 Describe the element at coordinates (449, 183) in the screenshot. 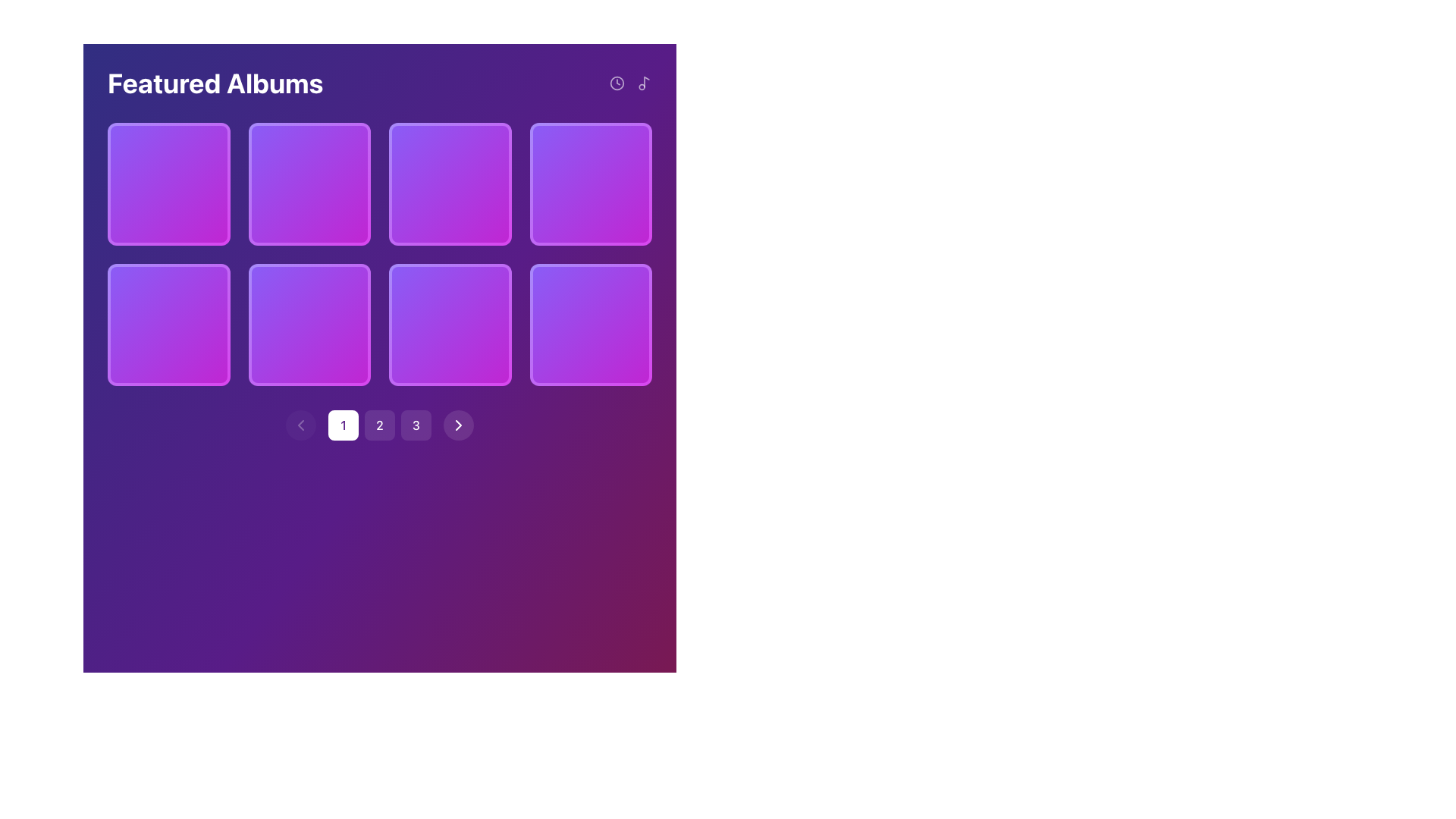

I see `the vibrant gradient-filled album card located in the second column of the first row` at that location.